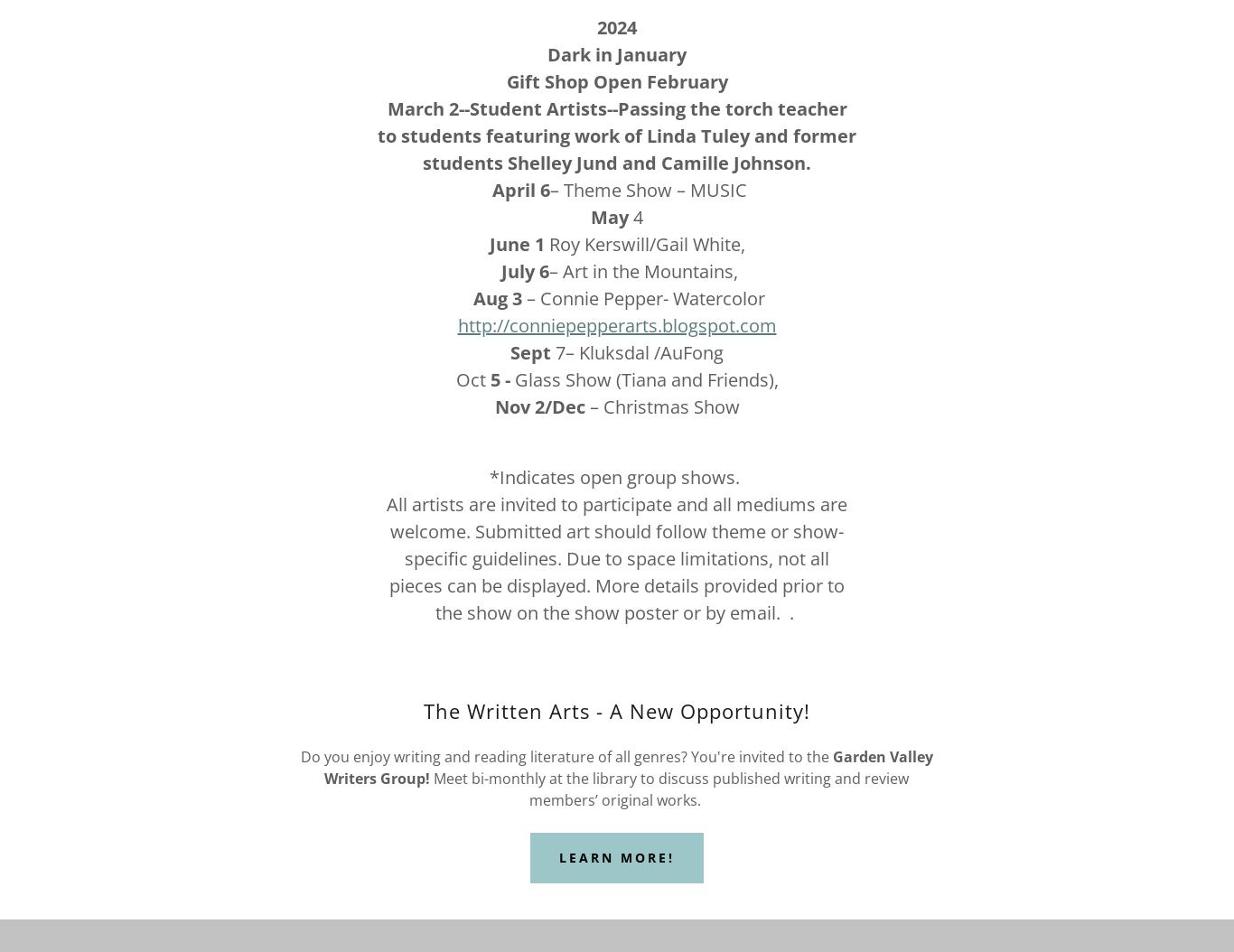  Describe the element at coordinates (615, 80) in the screenshot. I see `'Gift Shop Open February'` at that location.